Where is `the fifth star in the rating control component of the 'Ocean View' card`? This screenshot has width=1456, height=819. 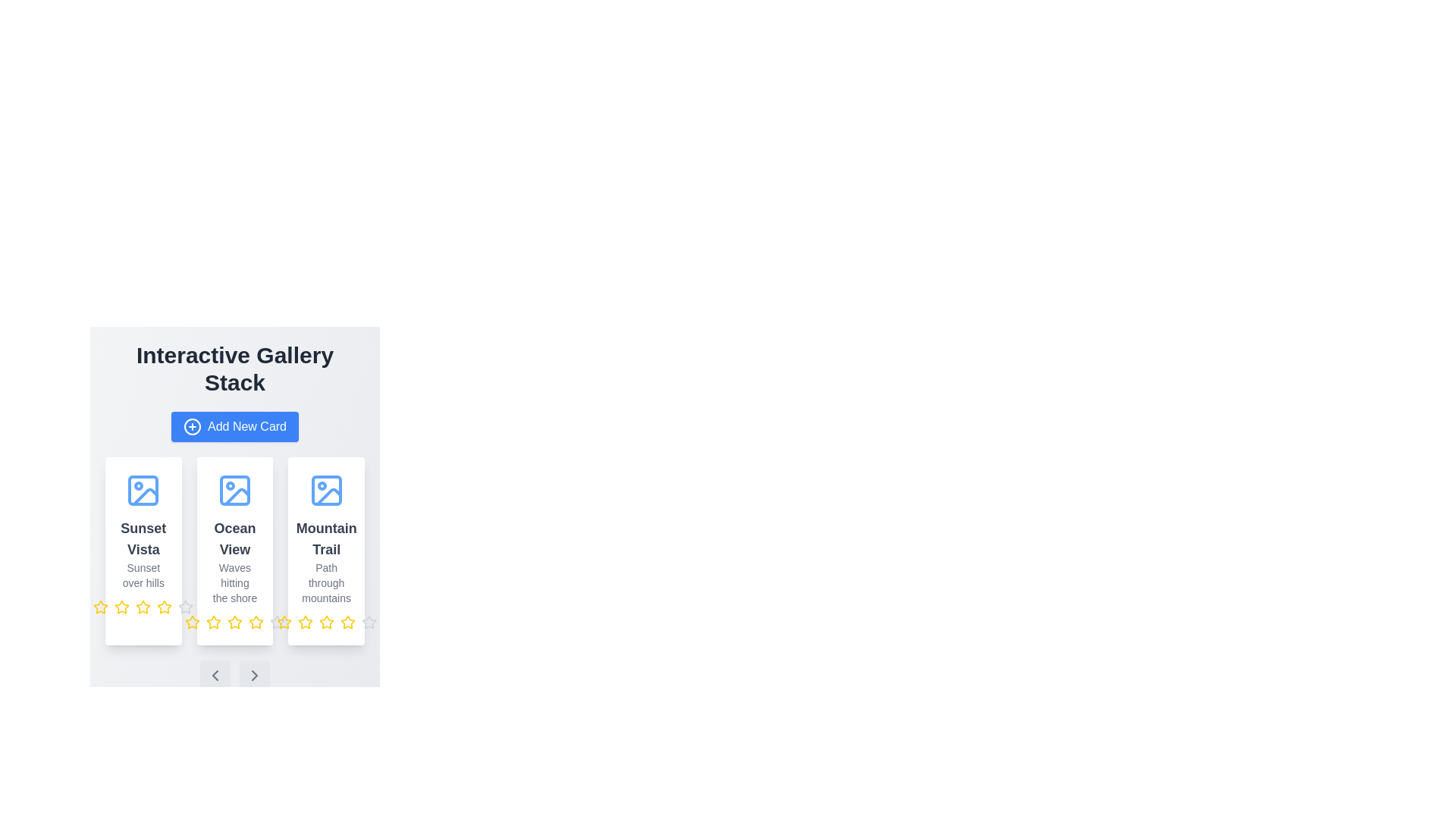
the fifth star in the rating control component of the 'Ocean View' card is located at coordinates (185, 607).